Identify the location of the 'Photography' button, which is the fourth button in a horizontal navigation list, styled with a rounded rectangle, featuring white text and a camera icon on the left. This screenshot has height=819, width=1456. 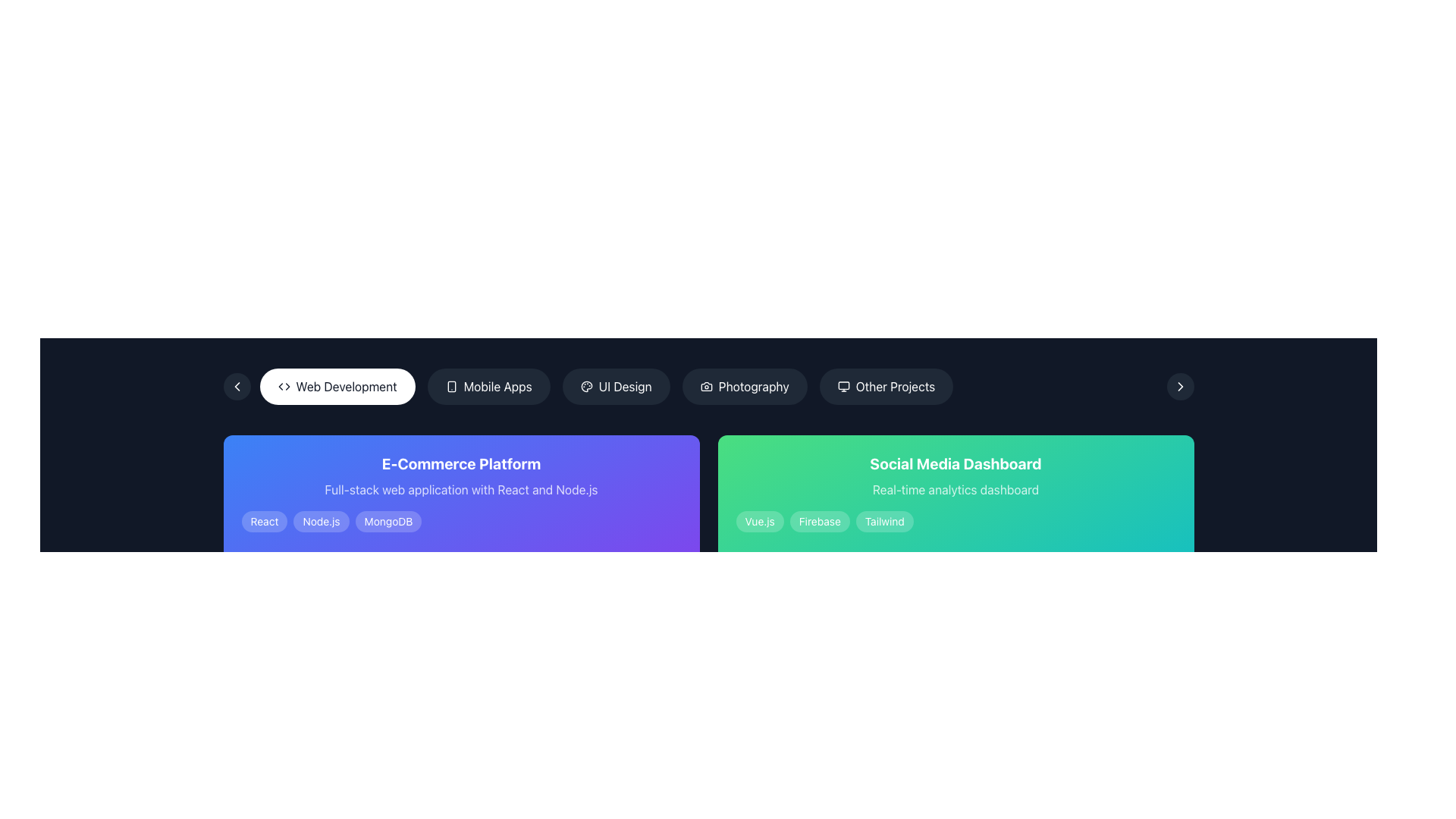
(745, 385).